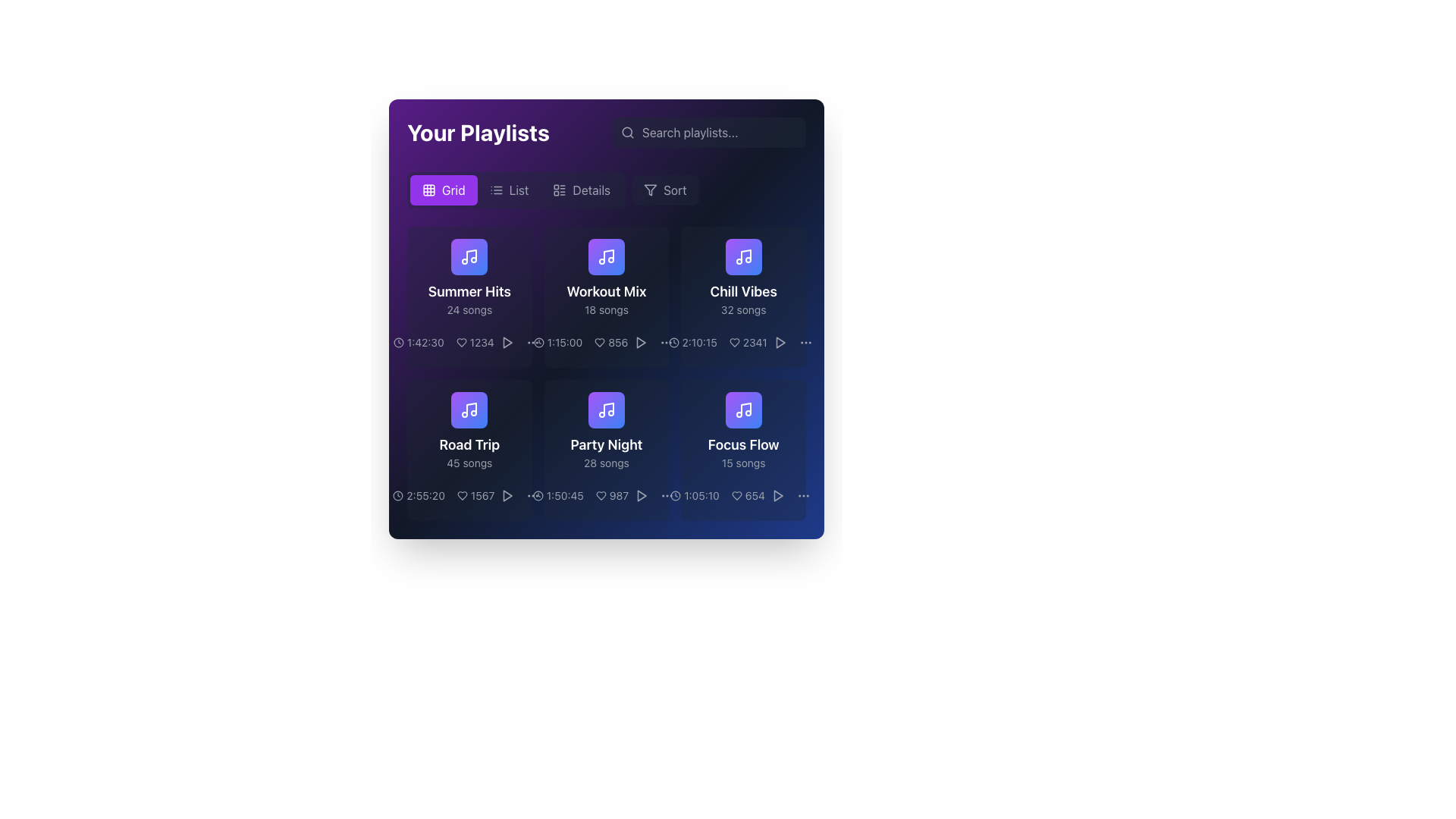 Image resolution: width=1456 pixels, height=819 pixels. Describe the element at coordinates (607, 444) in the screenshot. I see `the 'Party Night' text label, which is bold, large, and white, located in the 'Your Playlists' section, specifically above the '28 songs' text` at that location.